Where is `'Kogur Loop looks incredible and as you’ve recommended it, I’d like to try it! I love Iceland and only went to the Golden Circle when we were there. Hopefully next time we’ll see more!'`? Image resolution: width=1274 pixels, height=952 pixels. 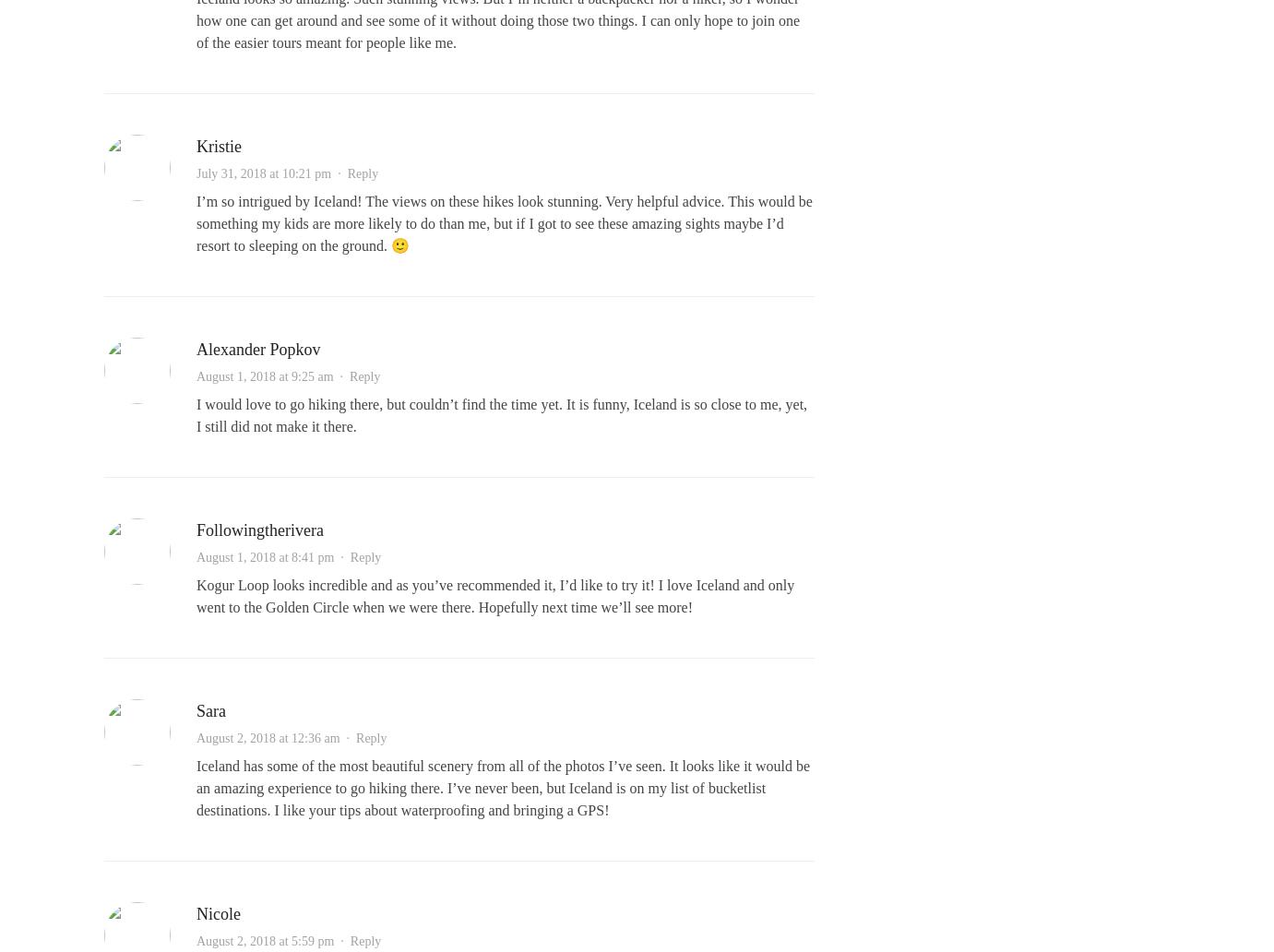
'Kogur Loop looks incredible and as you’ve recommended it, I’d like to try it! I love Iceland and only went to the Golden Circle when we were there. Hopefully next time we’ll see more!' is located at coordinates (494, 595).